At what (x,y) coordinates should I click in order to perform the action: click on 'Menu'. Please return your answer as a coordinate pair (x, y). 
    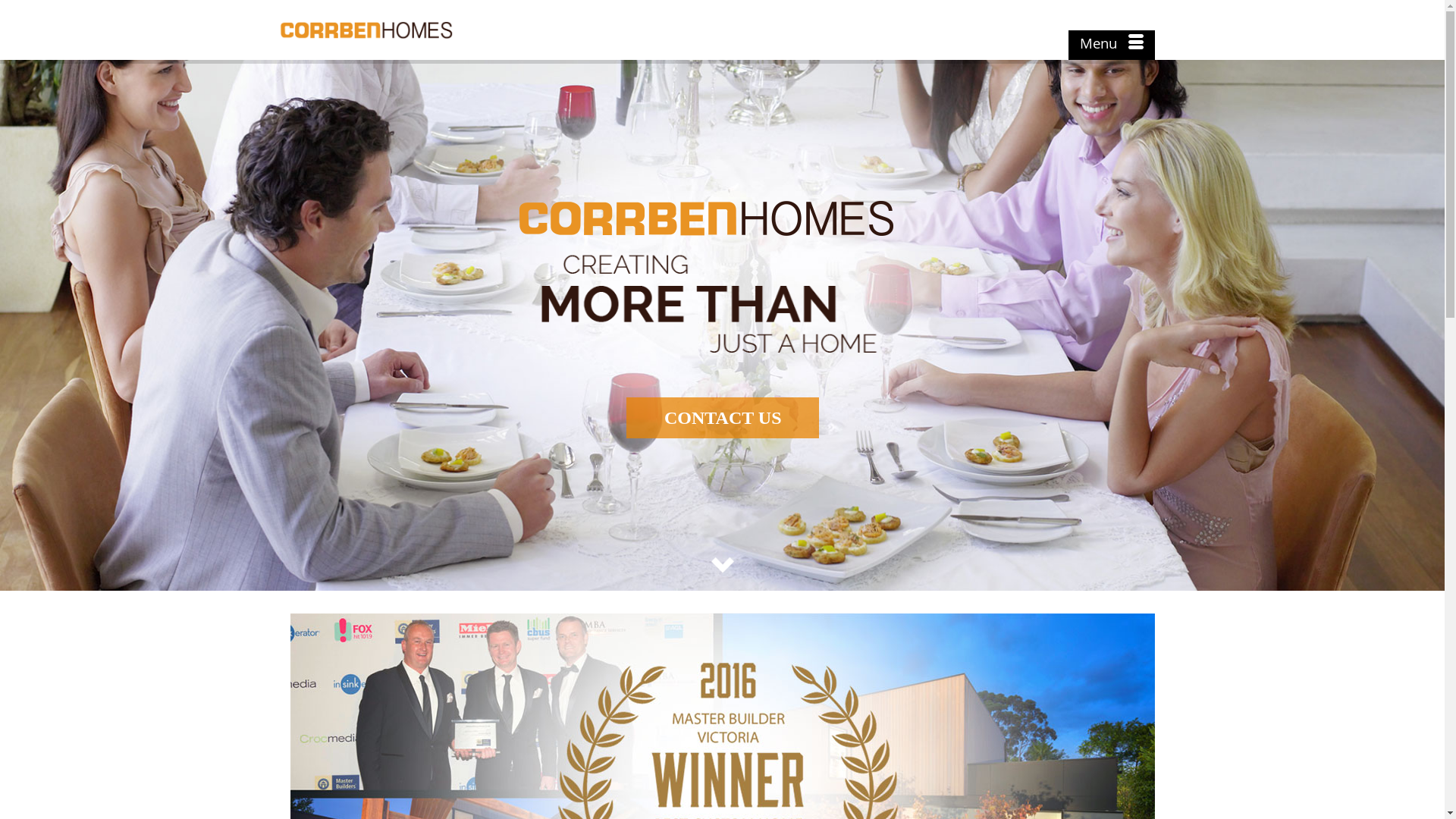
    Looking at the image, I should click on (1110, 45).